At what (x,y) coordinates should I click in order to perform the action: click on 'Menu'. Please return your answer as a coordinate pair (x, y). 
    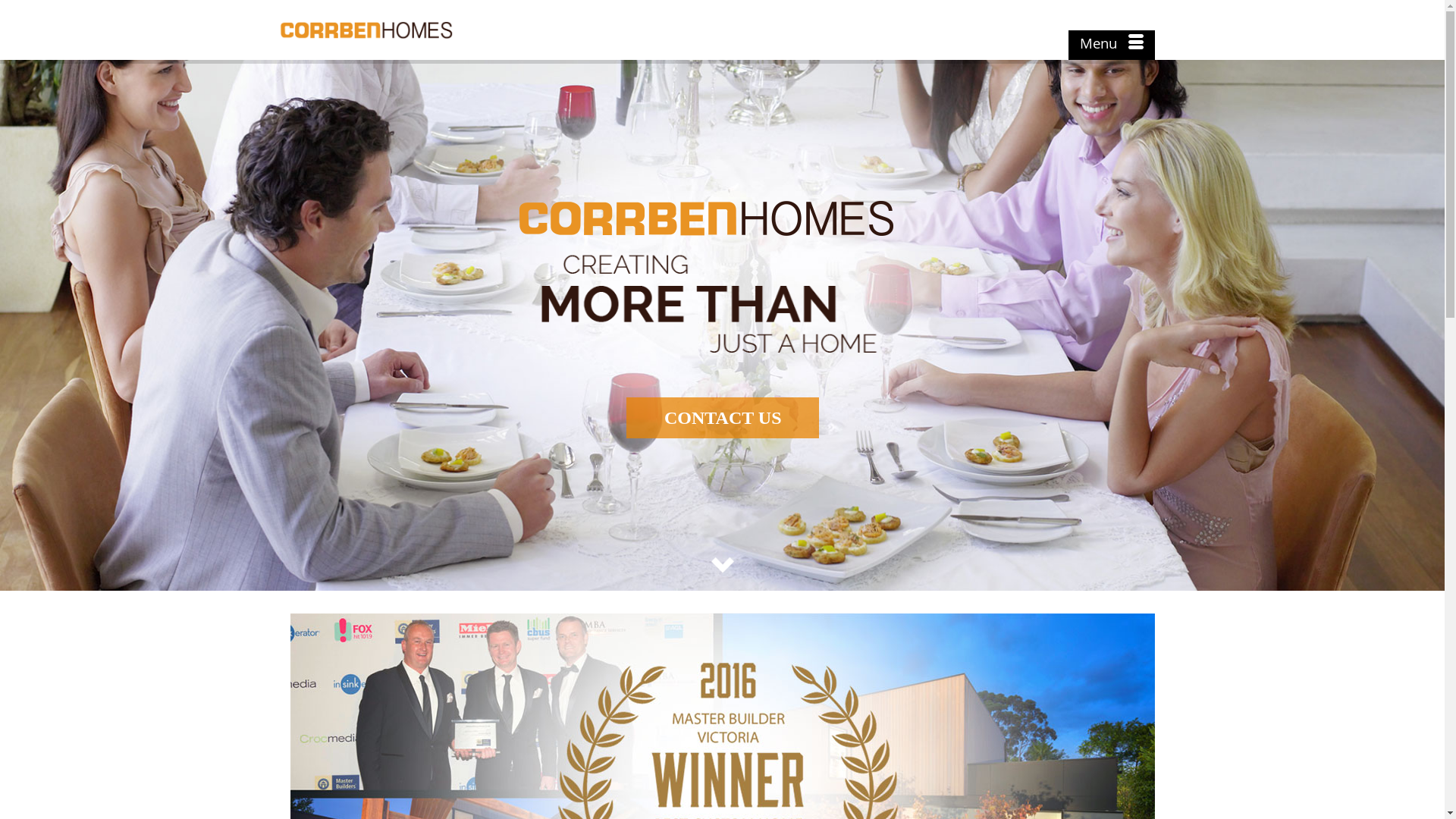
    Looking at the image, I should click on (1110, 45).